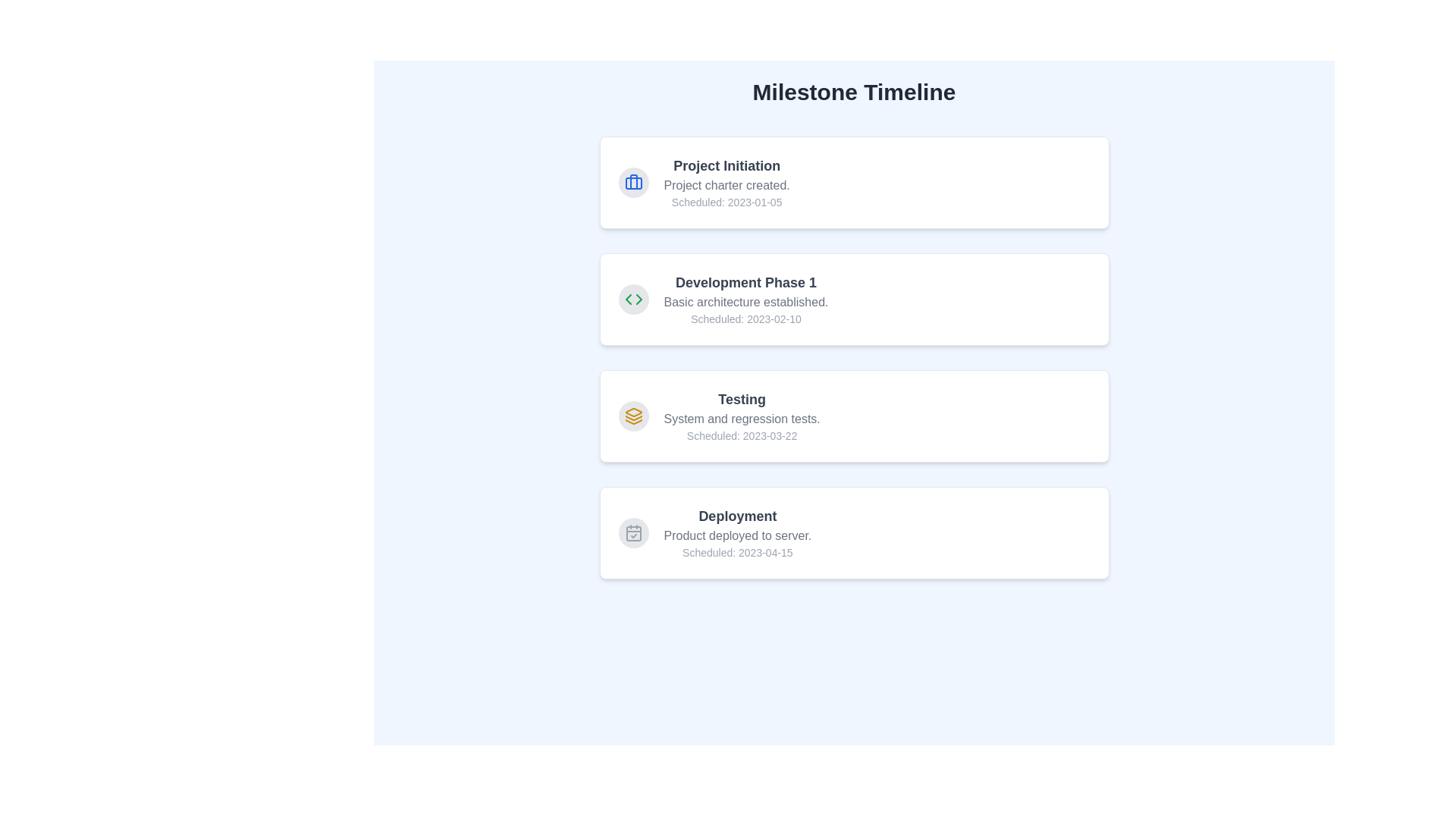  I want to click on the icon representing the development phase task located at the top-left of the 'Development Phase 1' milestone panel, so click(633, 299).